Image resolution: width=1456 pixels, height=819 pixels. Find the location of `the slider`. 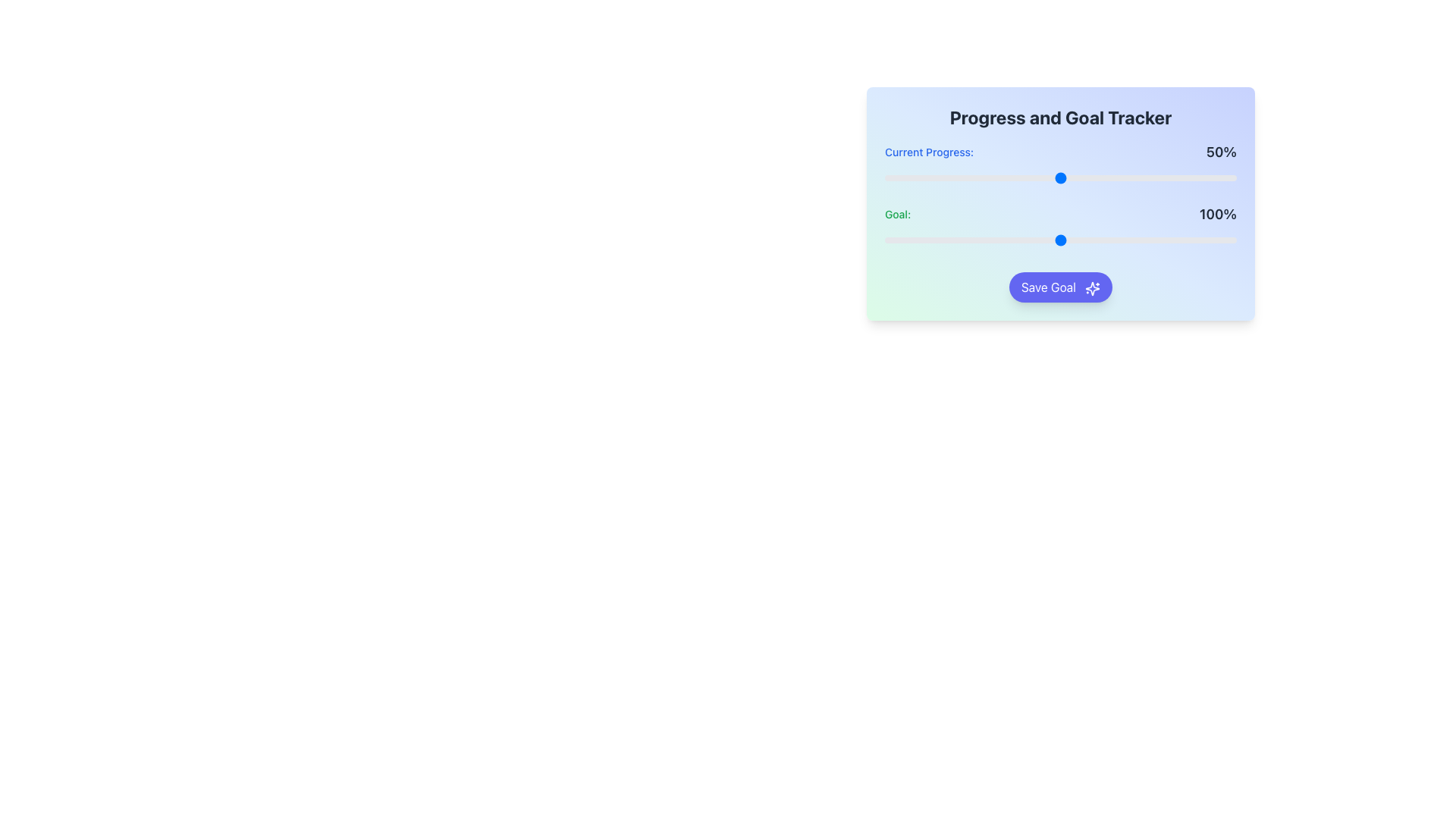

the slider is located at coordinates (1183, 177).